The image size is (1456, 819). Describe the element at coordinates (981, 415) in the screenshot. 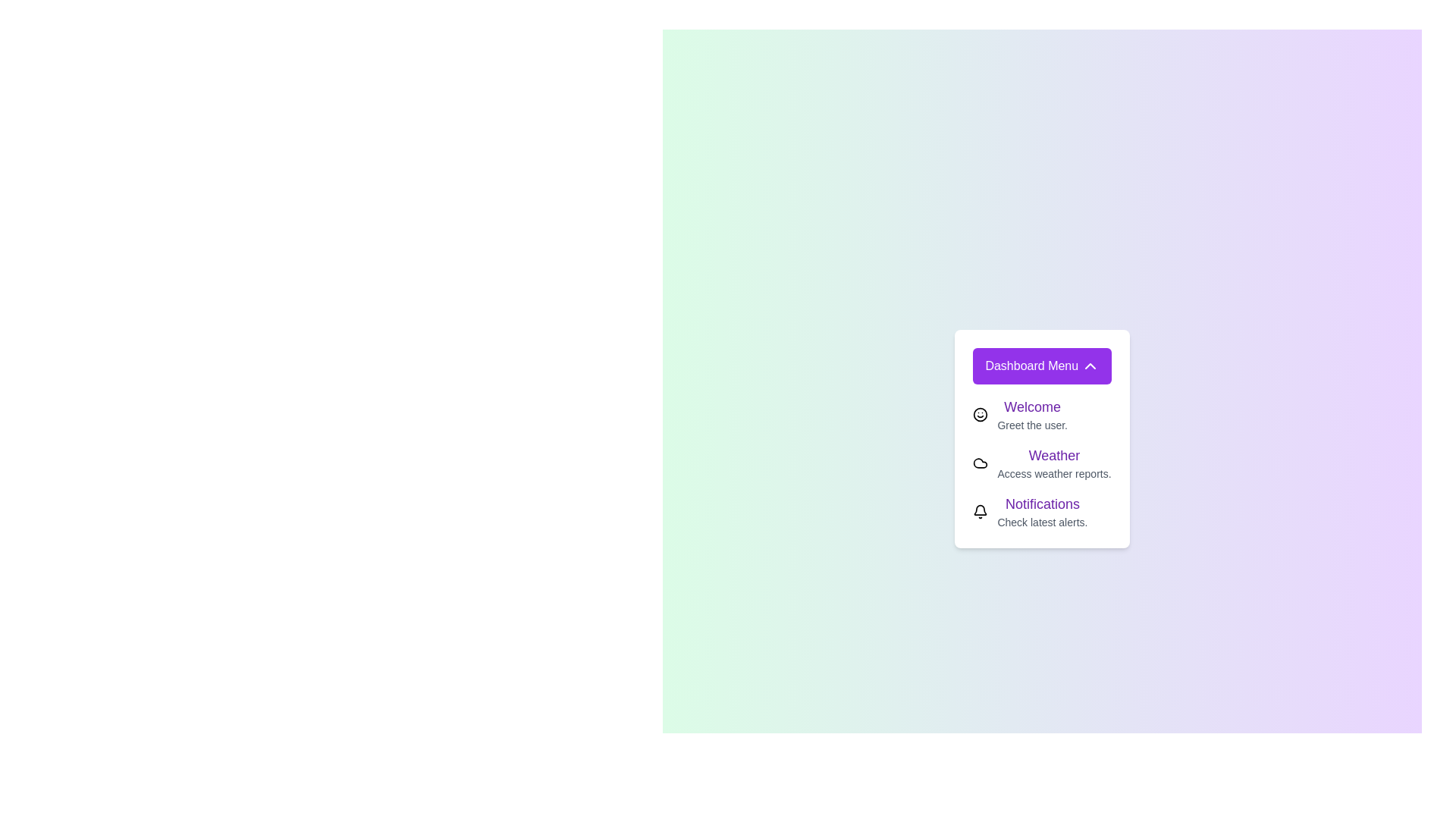

I see `the menu item corresponding to Welcome` at that location.